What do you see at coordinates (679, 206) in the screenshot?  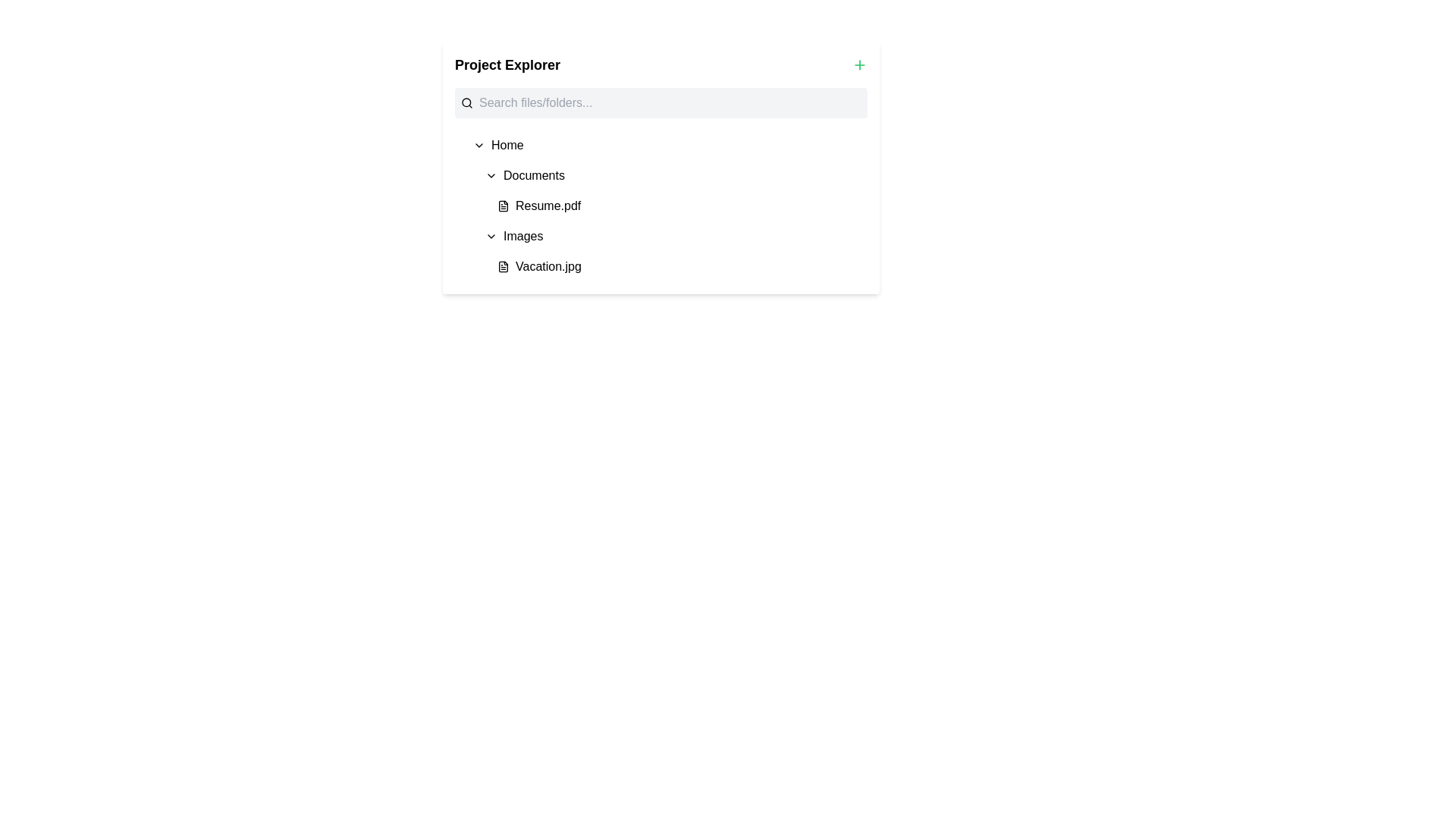 I see `to select the file entry in the 'Documents' section of the file explorer, which is the first item in the expandable list` at bounding box center [679, 206].